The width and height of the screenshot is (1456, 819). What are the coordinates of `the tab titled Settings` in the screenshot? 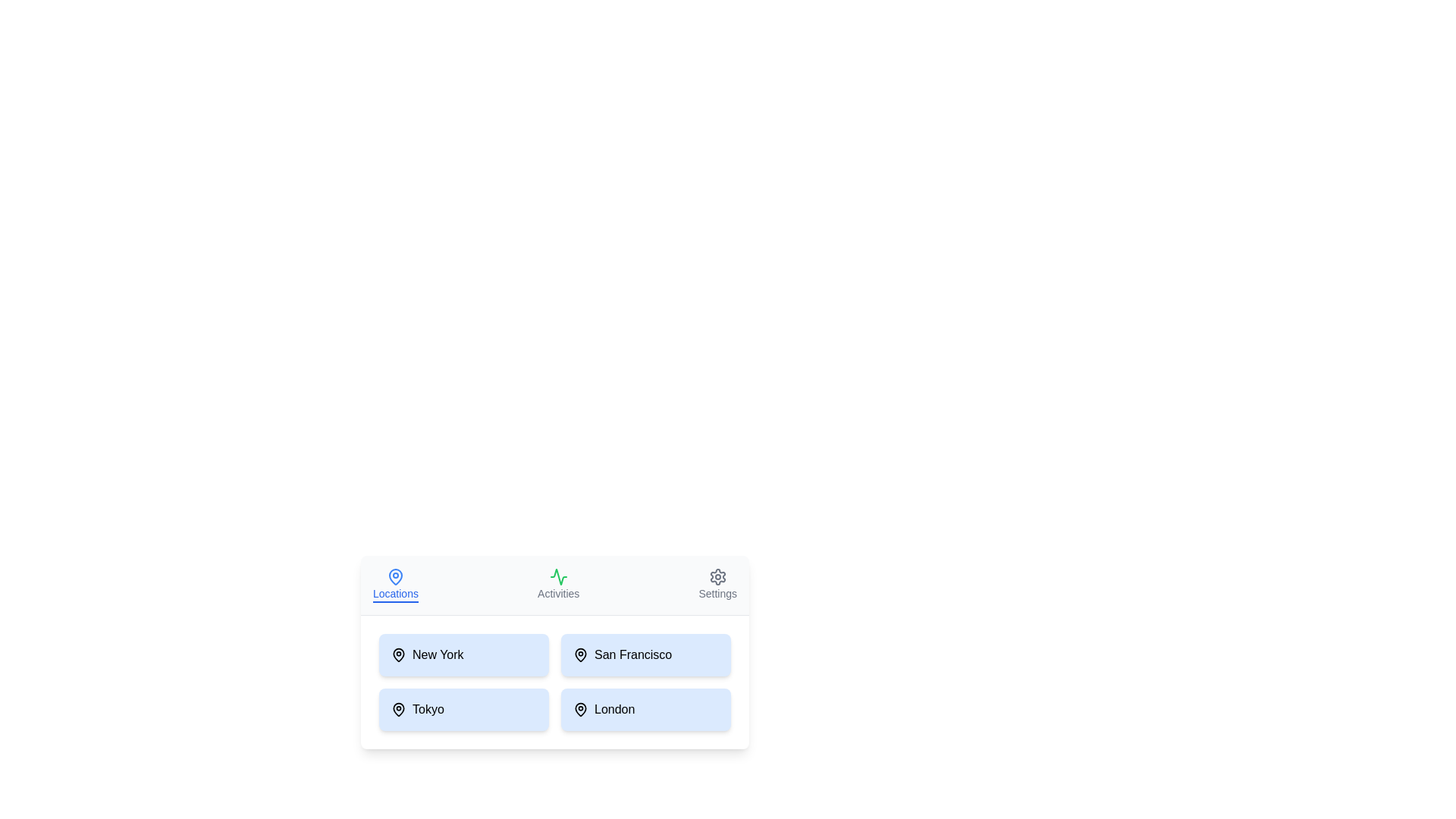 It's located at (716, 584).